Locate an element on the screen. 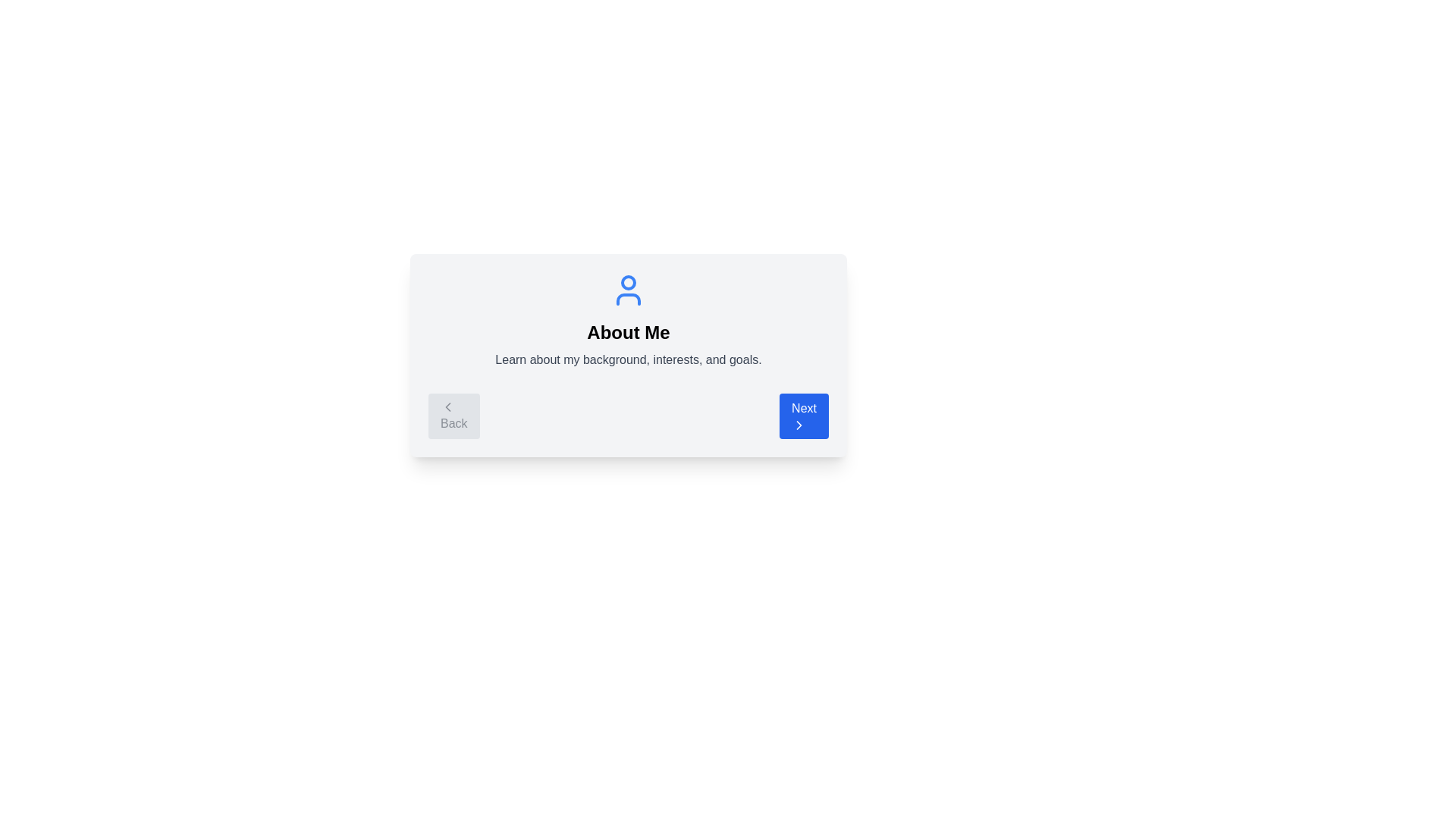 This screenshot has width=1456, height=819. the abstract user icon located at the top center of the card-like component that contains a title and description is located at coordinates (629, 290).